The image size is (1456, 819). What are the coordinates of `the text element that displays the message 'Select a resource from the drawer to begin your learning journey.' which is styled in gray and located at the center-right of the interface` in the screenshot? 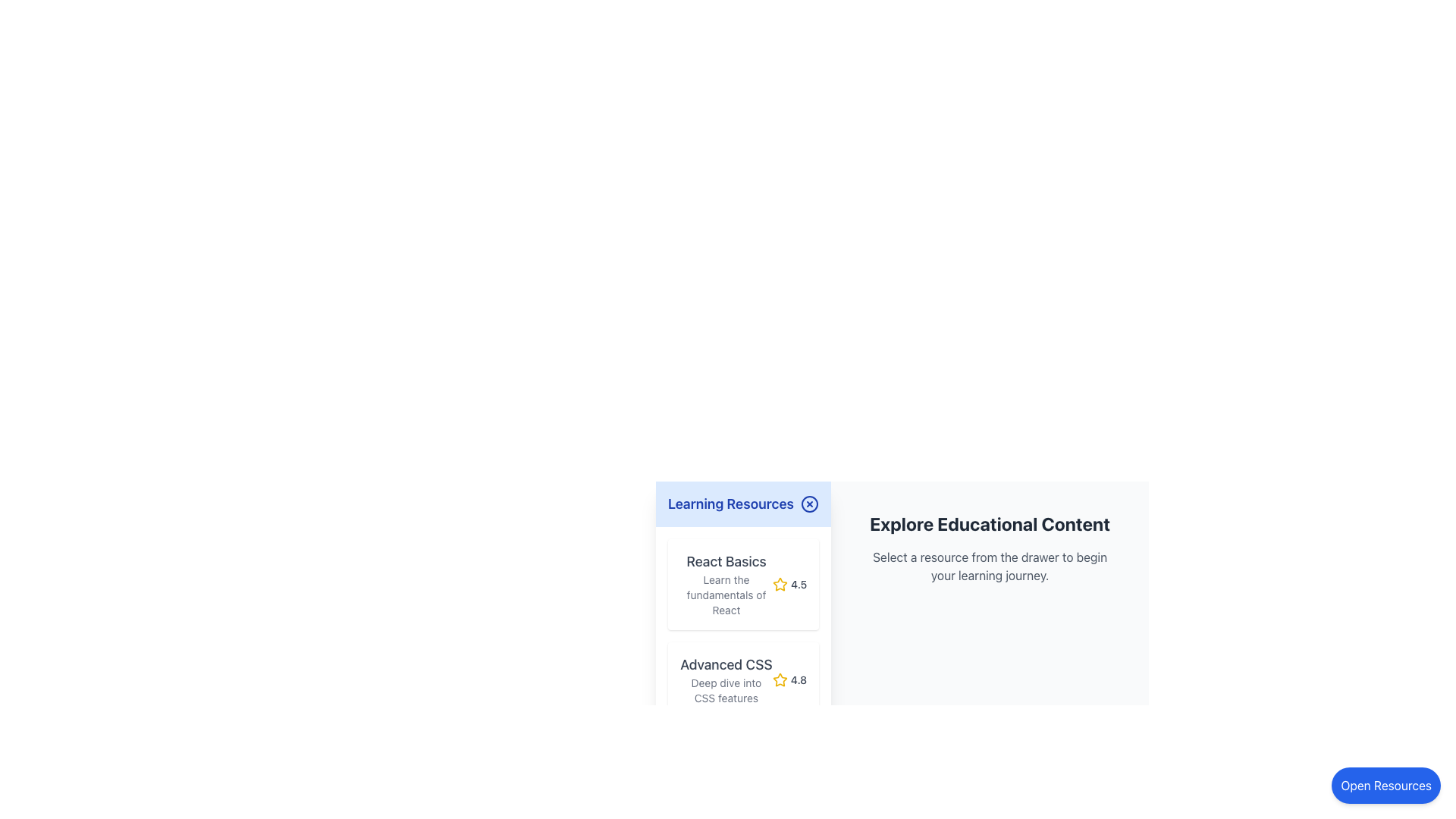 It's located at (990, 566).